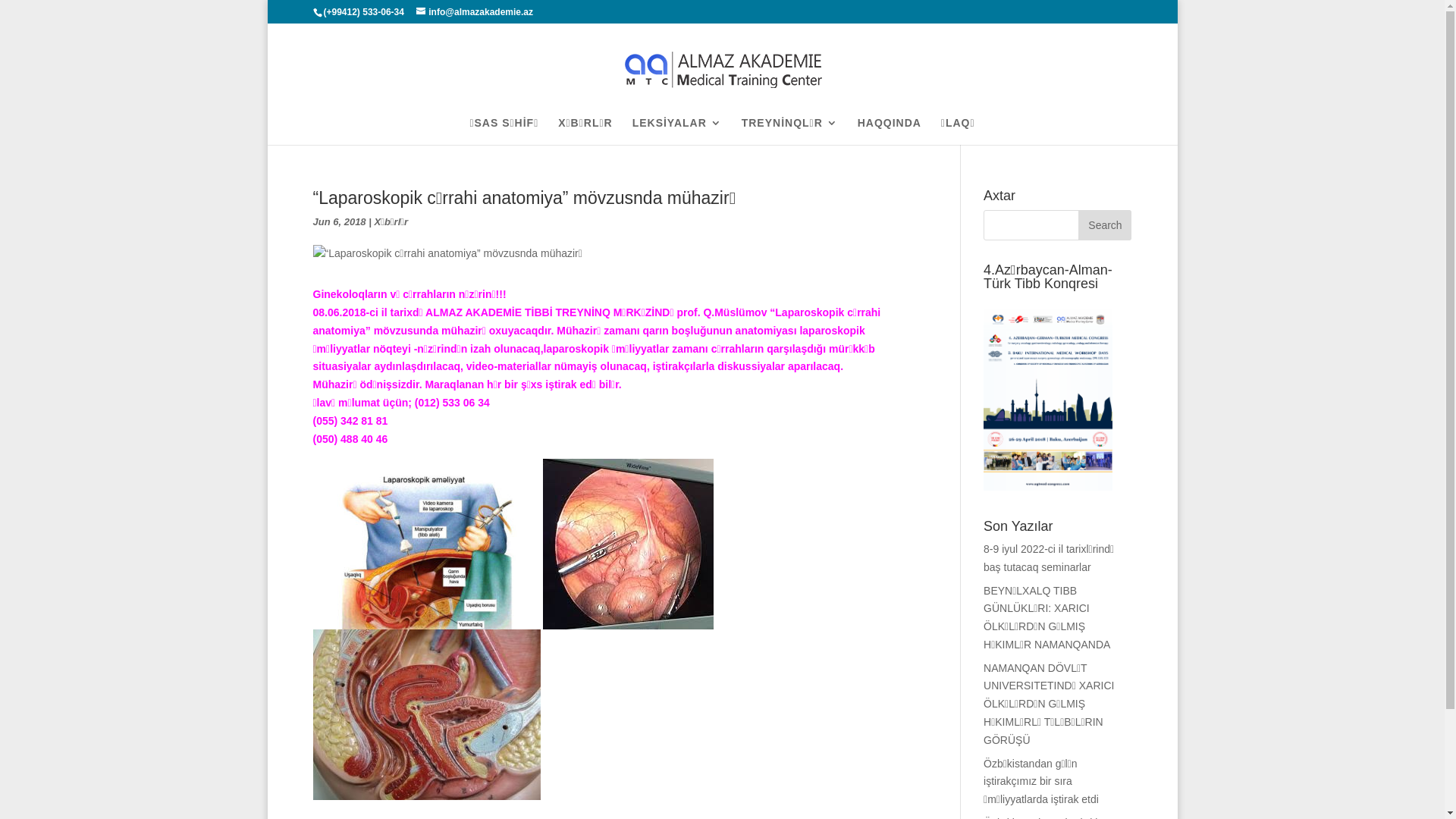 This screenshot has width=1456, height=819. What do you see at coordinates (1105, 225) in the screenshot?
I see `'Search'` at bounding box center [1105, 225].